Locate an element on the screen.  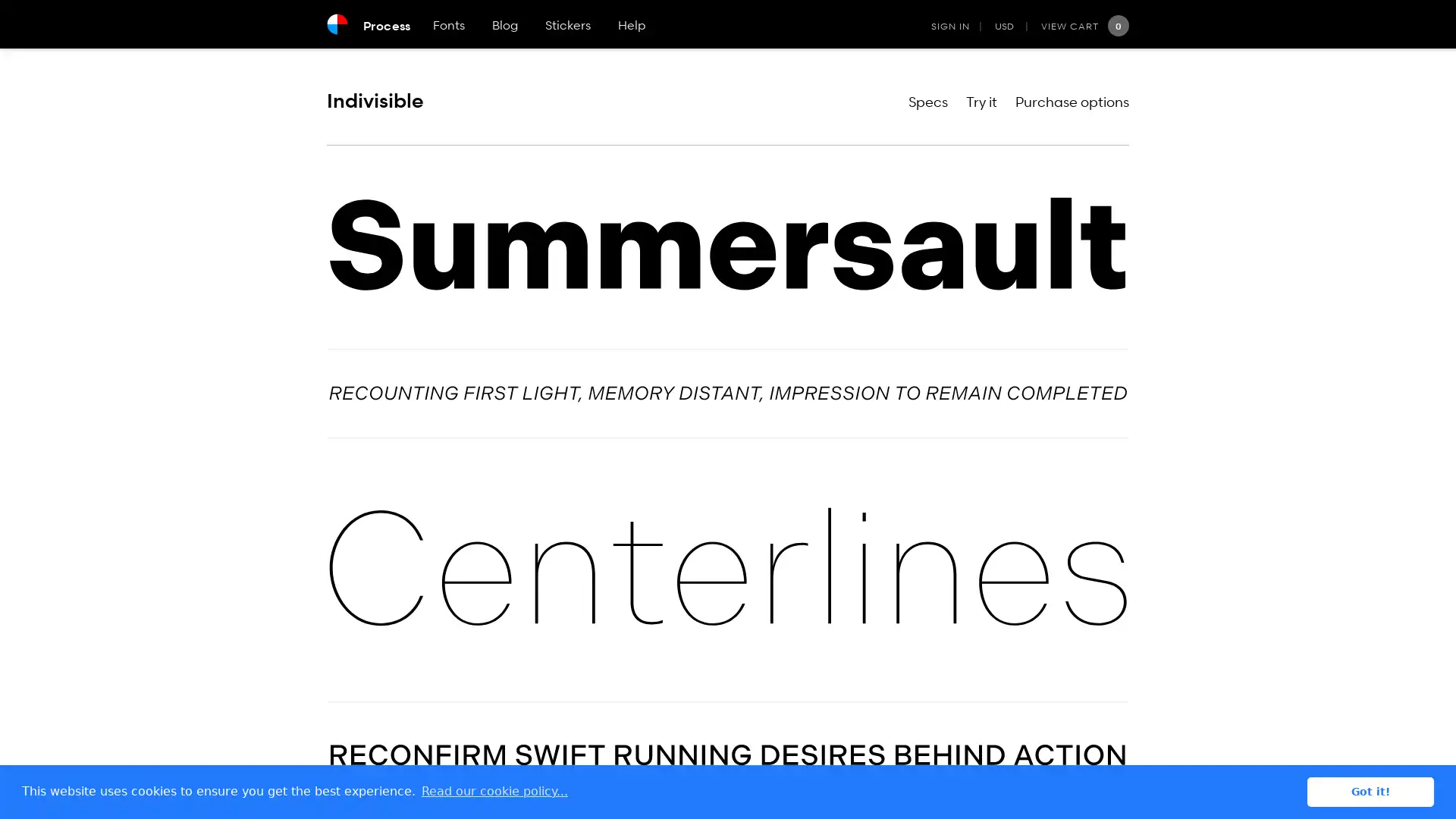
learn more about cookies is located at coordinates (494, 791).